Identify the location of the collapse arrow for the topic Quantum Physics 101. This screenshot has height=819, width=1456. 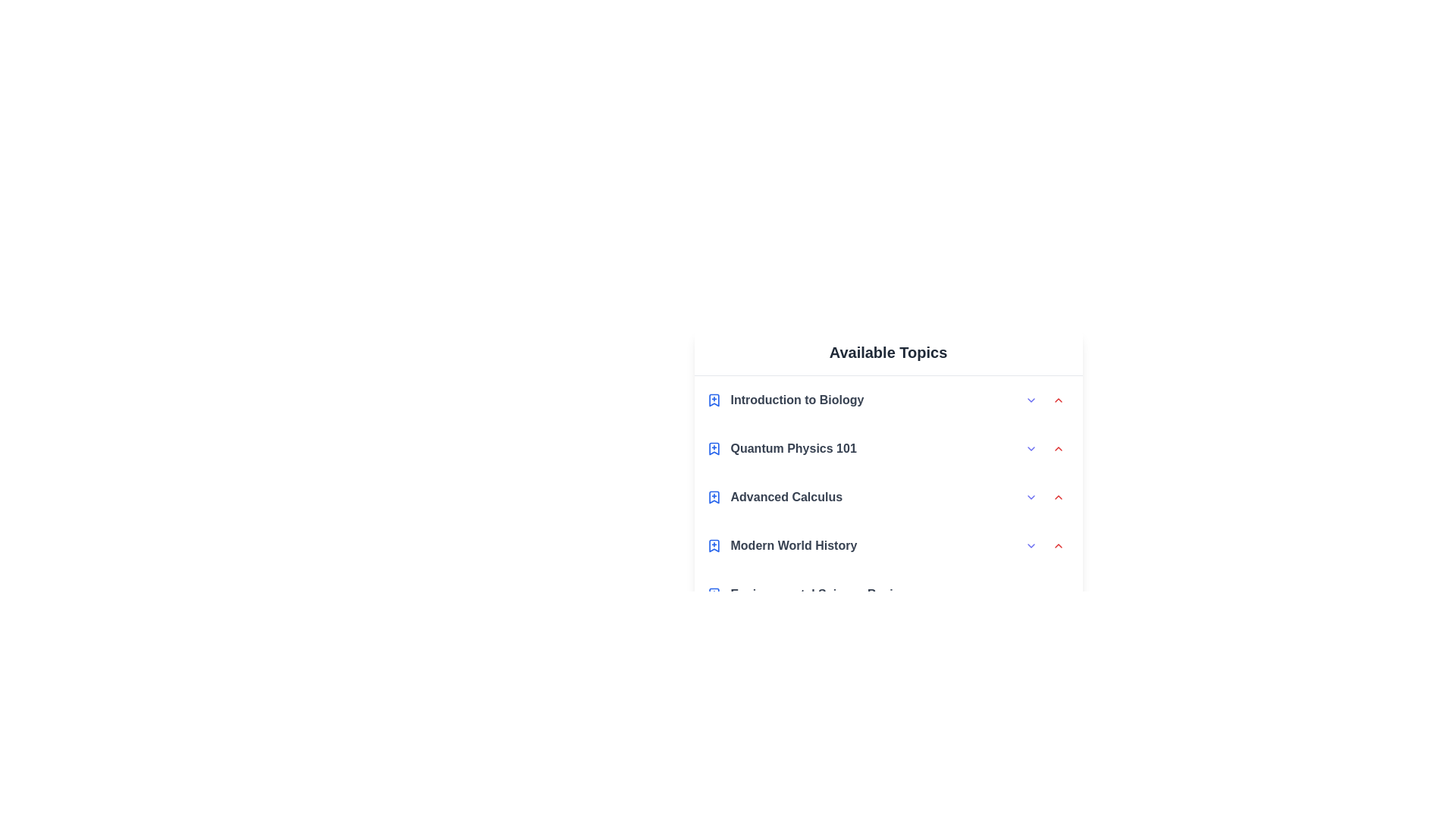
(1057, 447).